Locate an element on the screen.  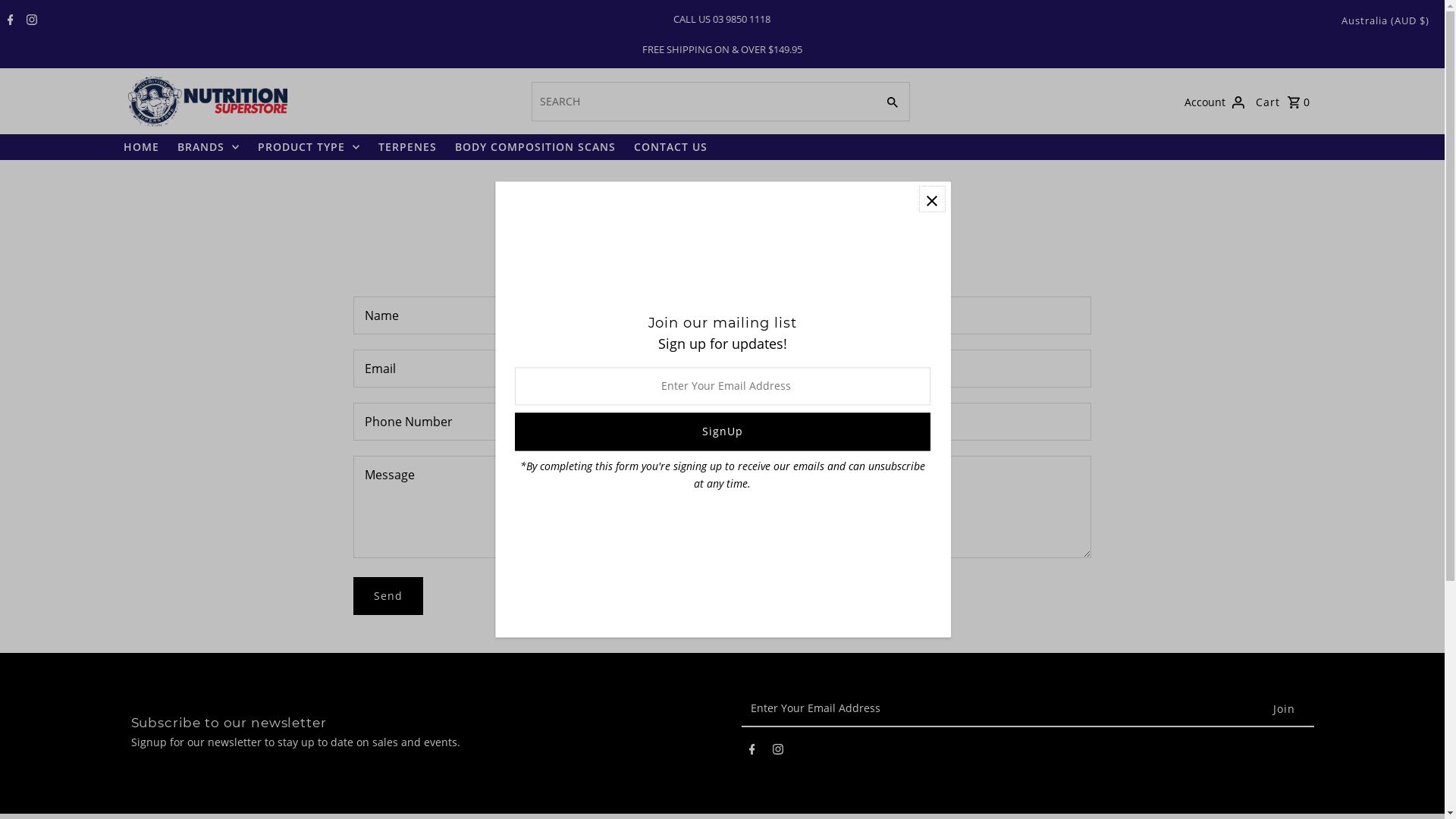
'Home' is located at coordinates (679, 186).